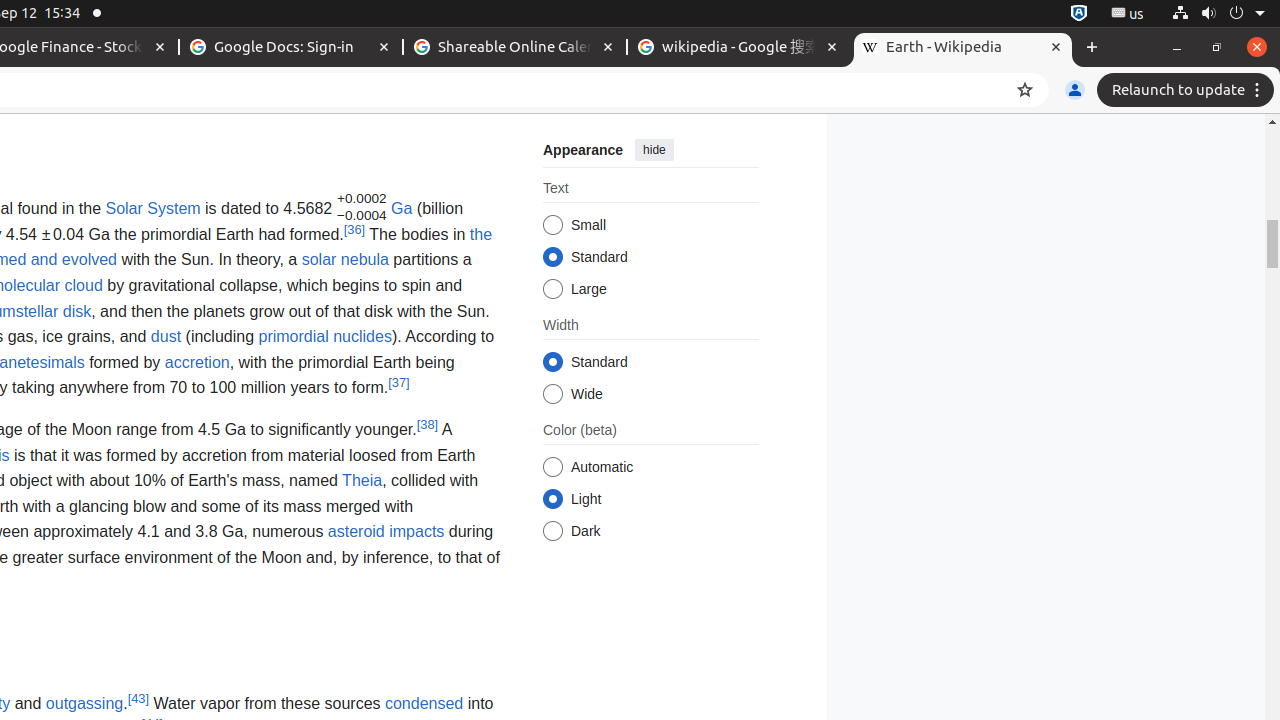  Describe the element at coordinates (422, 702) in the screenshot. I see `'condensed'` at that location.